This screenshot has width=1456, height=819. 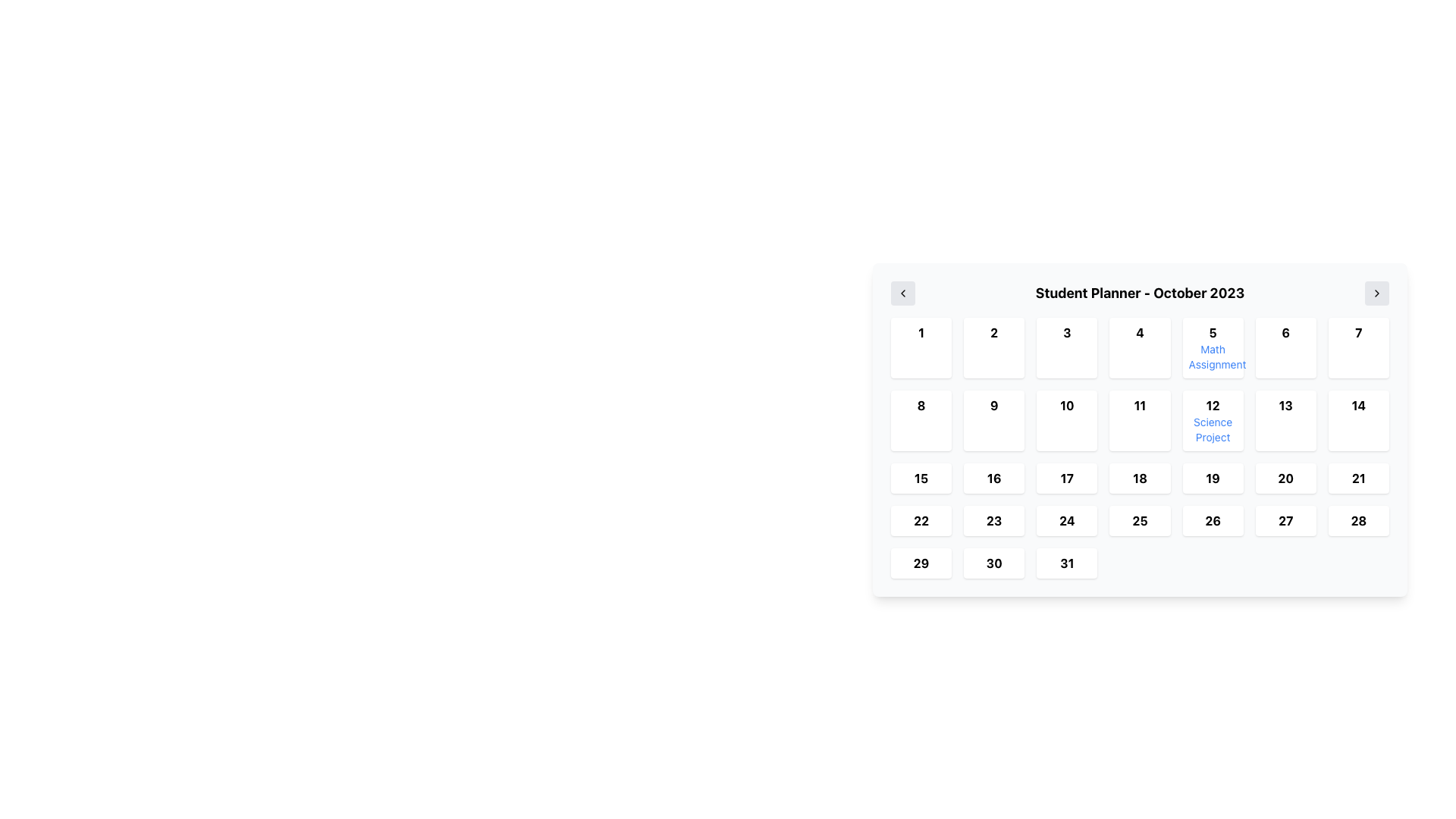 I want to click on the Calendar date cell displaying '31', so click(x=1066, y=563).